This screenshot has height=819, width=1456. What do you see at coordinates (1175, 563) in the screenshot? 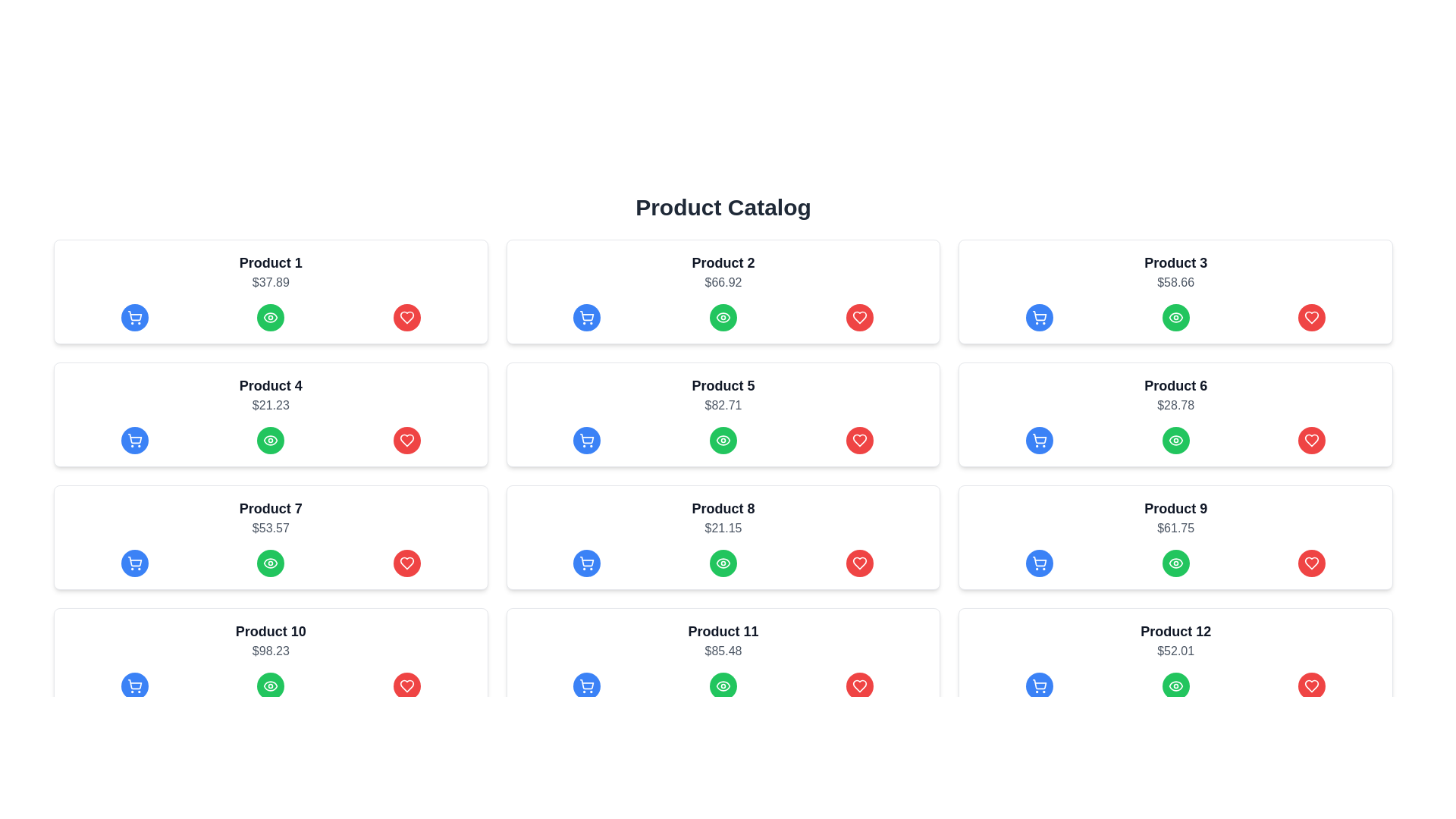
I see `the eye icon inside the green circular button in the 'Product 9' card to initiate a view or preview action` at bounding box center [1175, 563].